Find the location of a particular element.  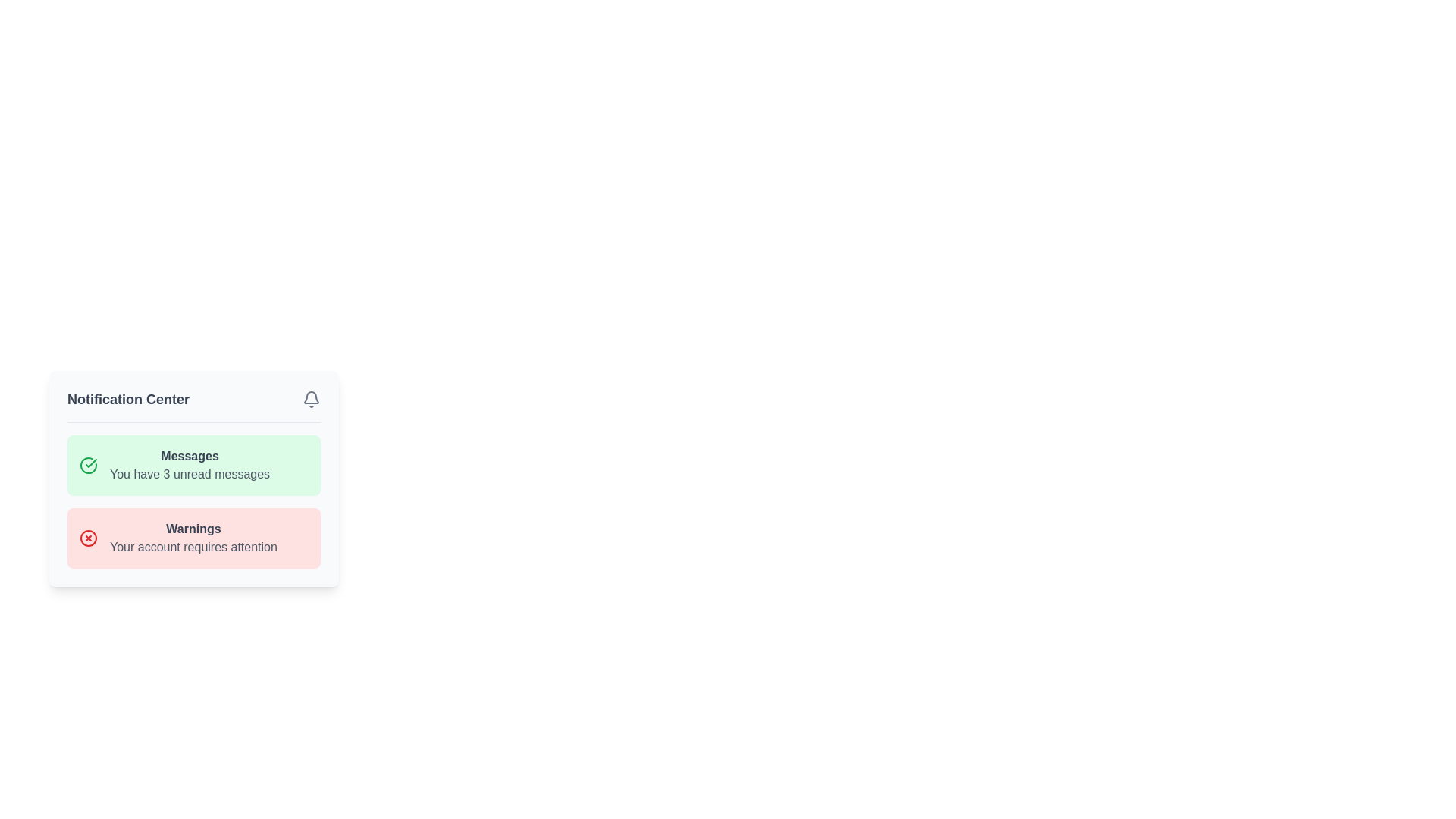

the alert text block located in the 'Warnings' notification block of the 'Notification Center' interface is located at coordinates (193, 537).